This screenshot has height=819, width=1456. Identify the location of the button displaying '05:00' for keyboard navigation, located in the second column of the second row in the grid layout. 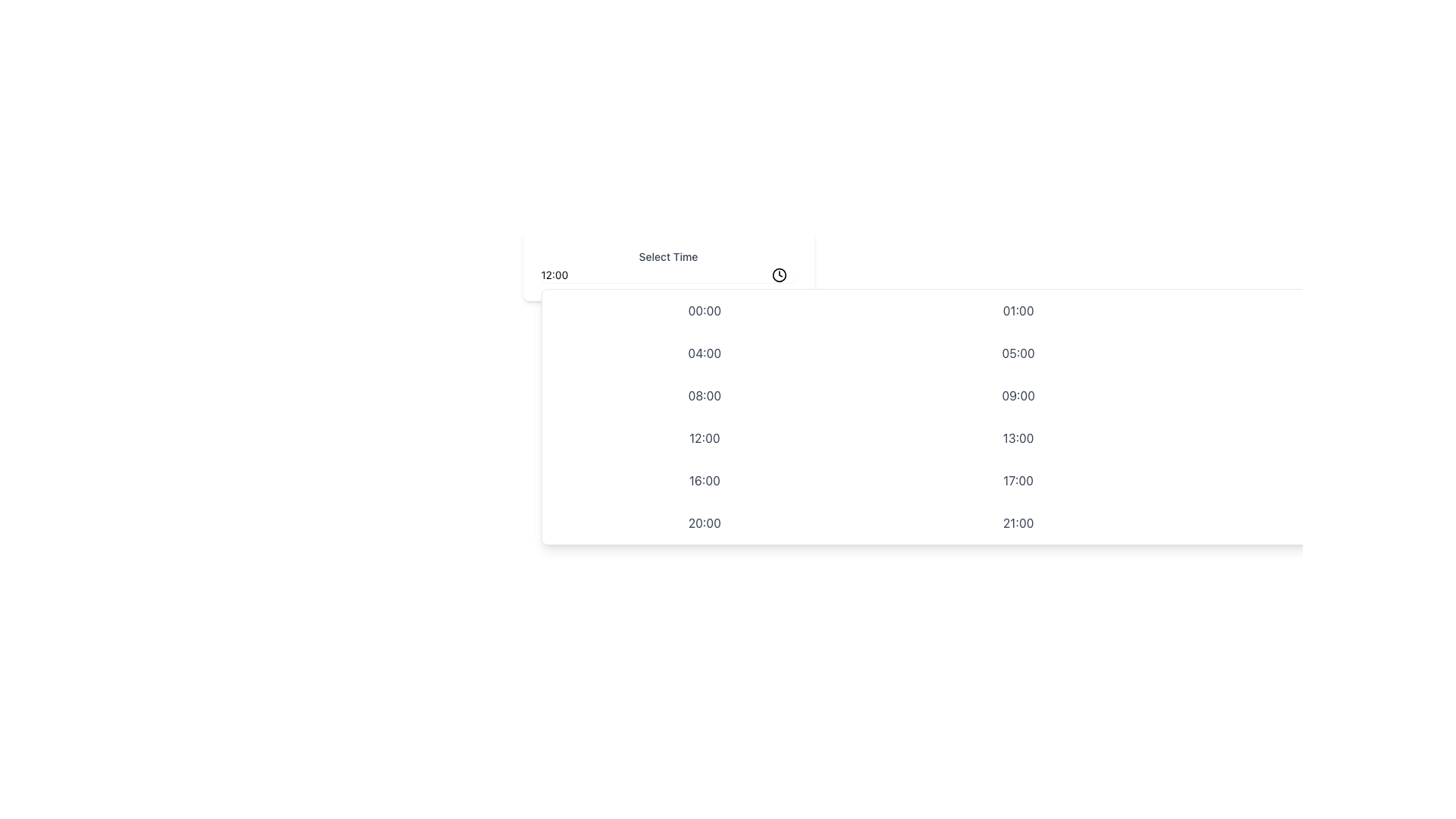
(1018, 353).